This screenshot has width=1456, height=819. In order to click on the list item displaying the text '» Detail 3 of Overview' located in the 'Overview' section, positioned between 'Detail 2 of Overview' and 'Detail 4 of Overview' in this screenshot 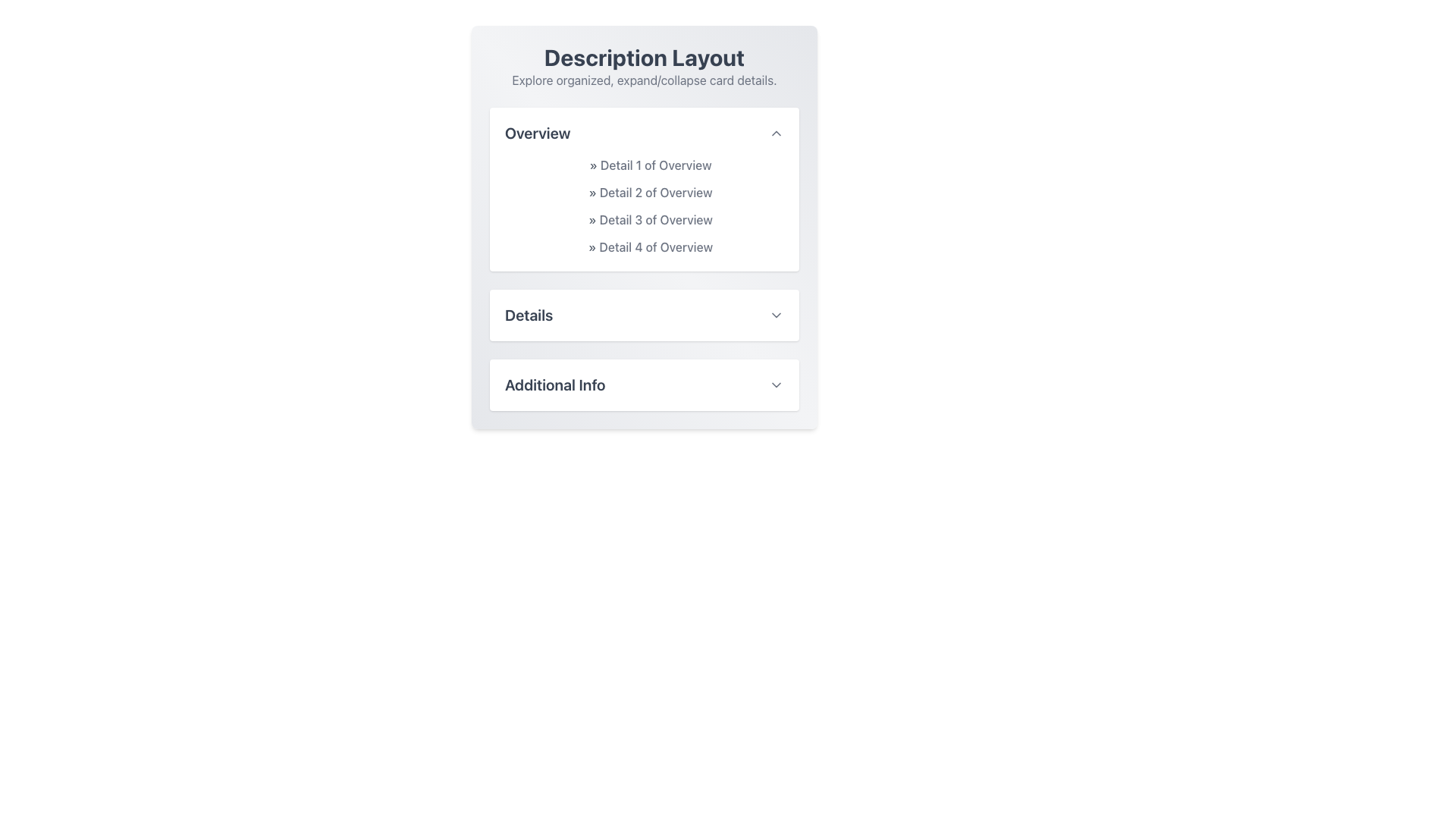, I will do `click(644, 219)`.